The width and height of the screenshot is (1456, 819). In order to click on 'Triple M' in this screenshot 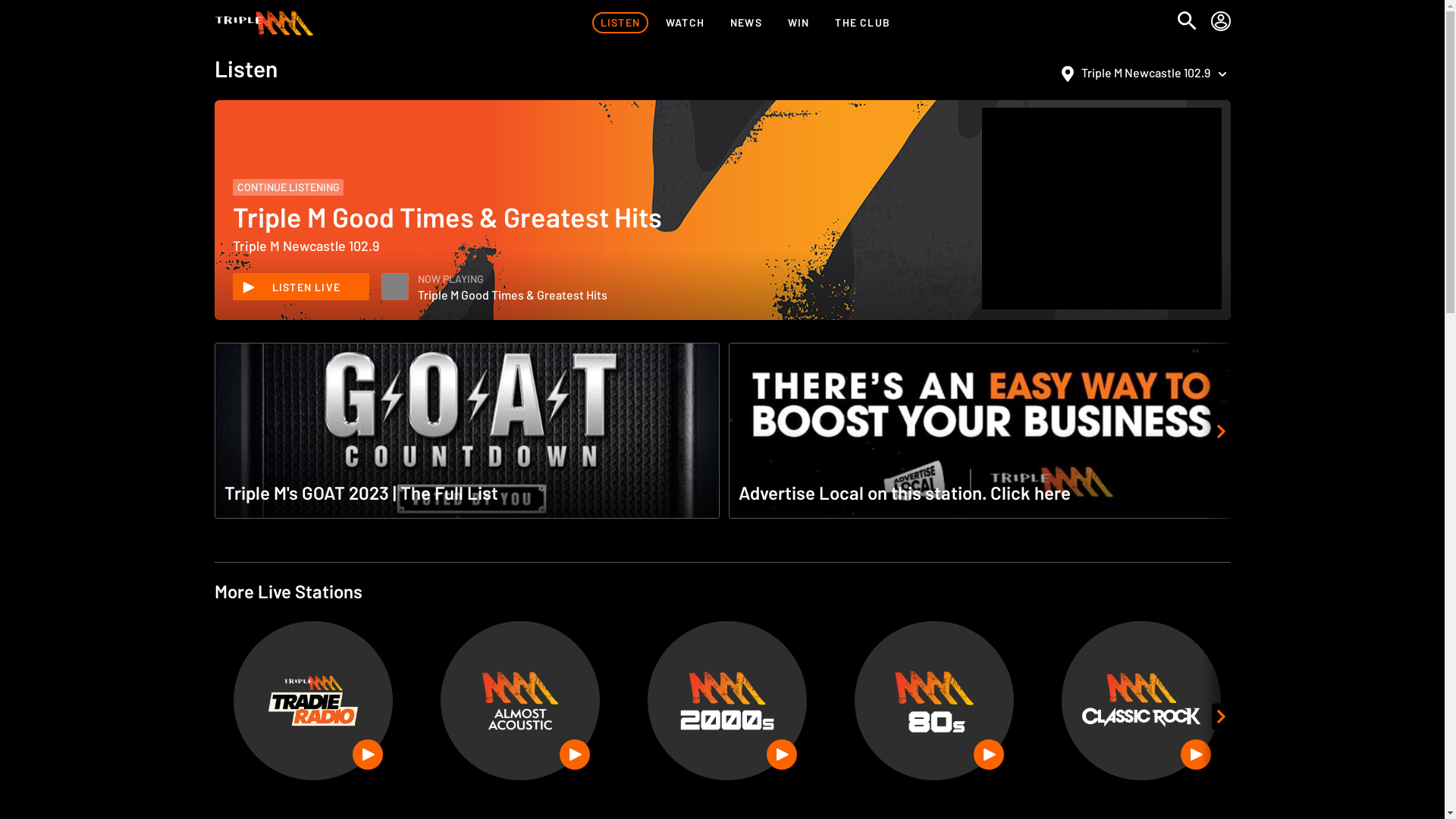, I will do `click(263, 23)`.